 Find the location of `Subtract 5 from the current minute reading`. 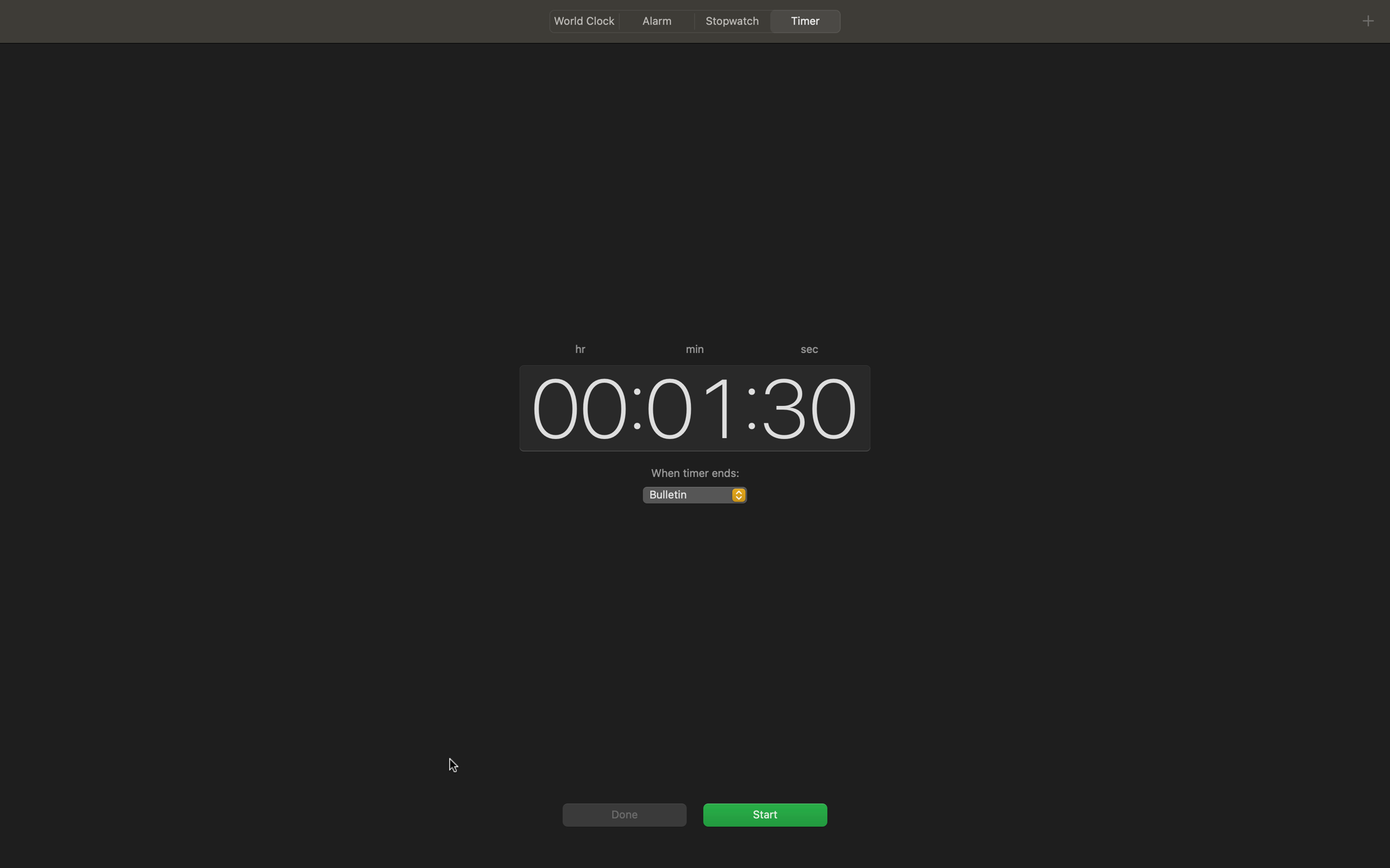

Subtract 5 from the current minute reading is located at coordinates (690, 406).